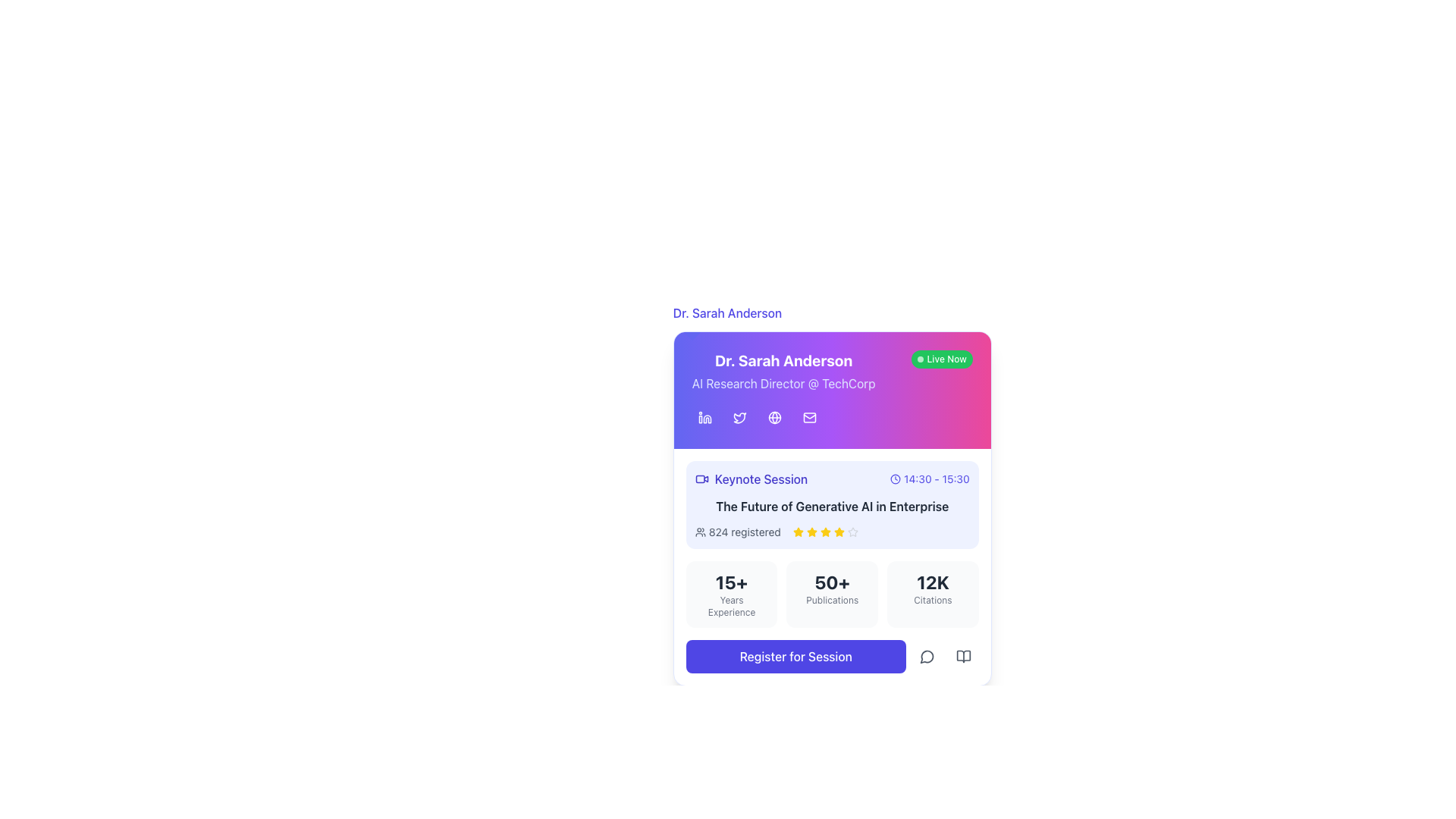  What do you see at coordinates (811, 531) in the screenshot?
I see `the third star icon representing a rating indicator in the session card titled 'The Future of Generative AI in Enterprise'` at bounding box center [811, 531].